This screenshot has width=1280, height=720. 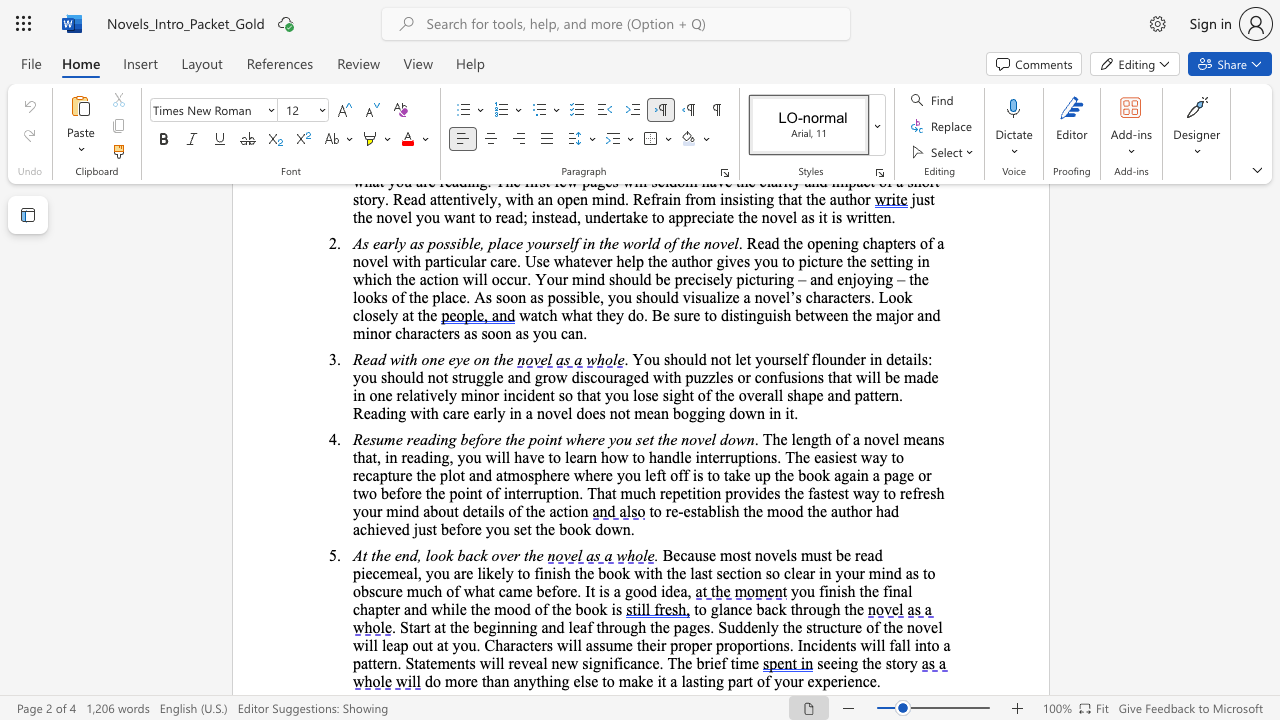 What do you see at coordinates (429, 555) in the screenshot?
I see `the subset text "ook back ov" within the text "At the end, look back over the"` at bounding box center [429, 555].